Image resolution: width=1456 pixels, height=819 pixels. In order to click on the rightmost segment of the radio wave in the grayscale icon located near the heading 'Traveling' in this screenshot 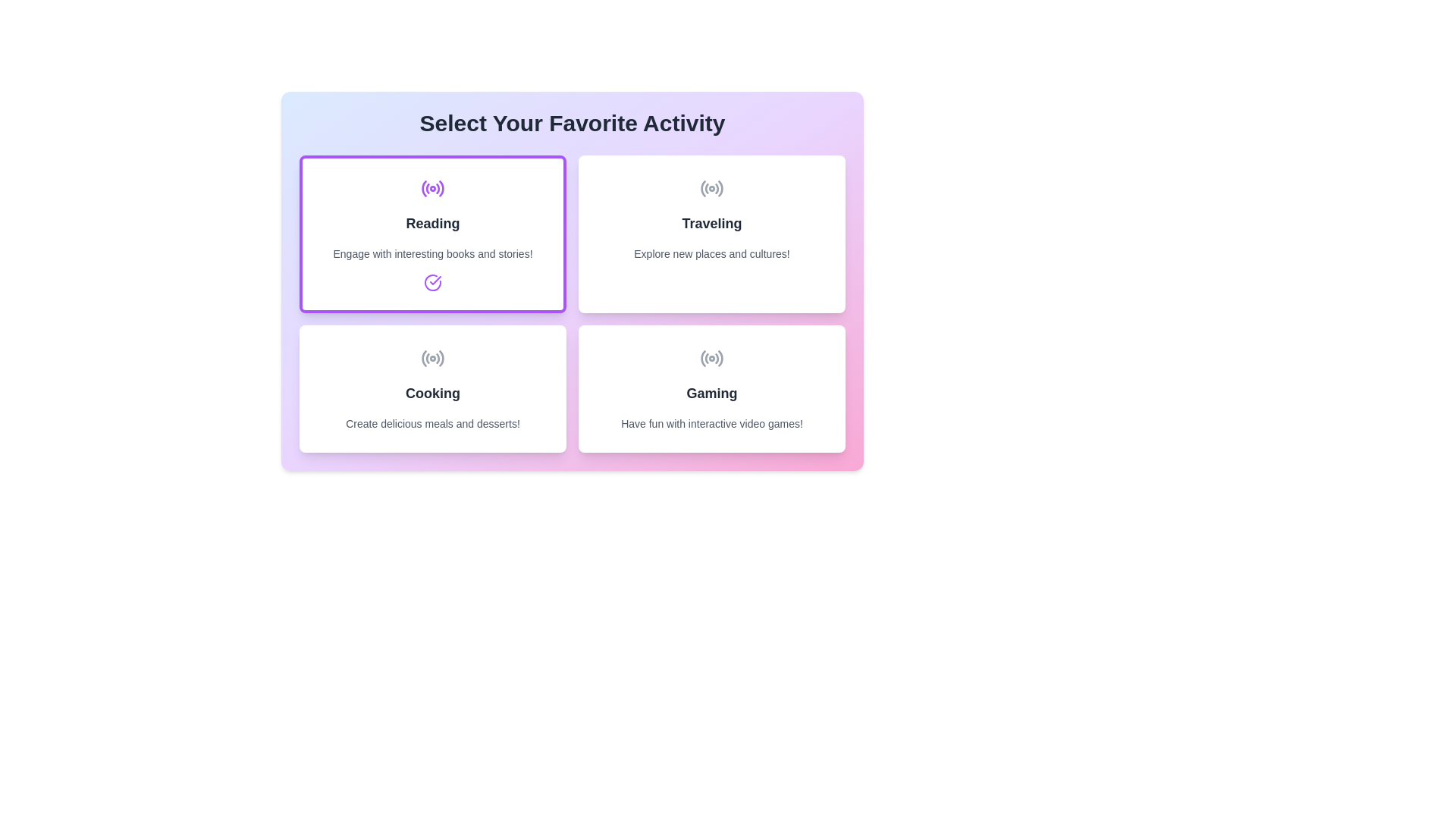, I will do `click(720, 187)`.